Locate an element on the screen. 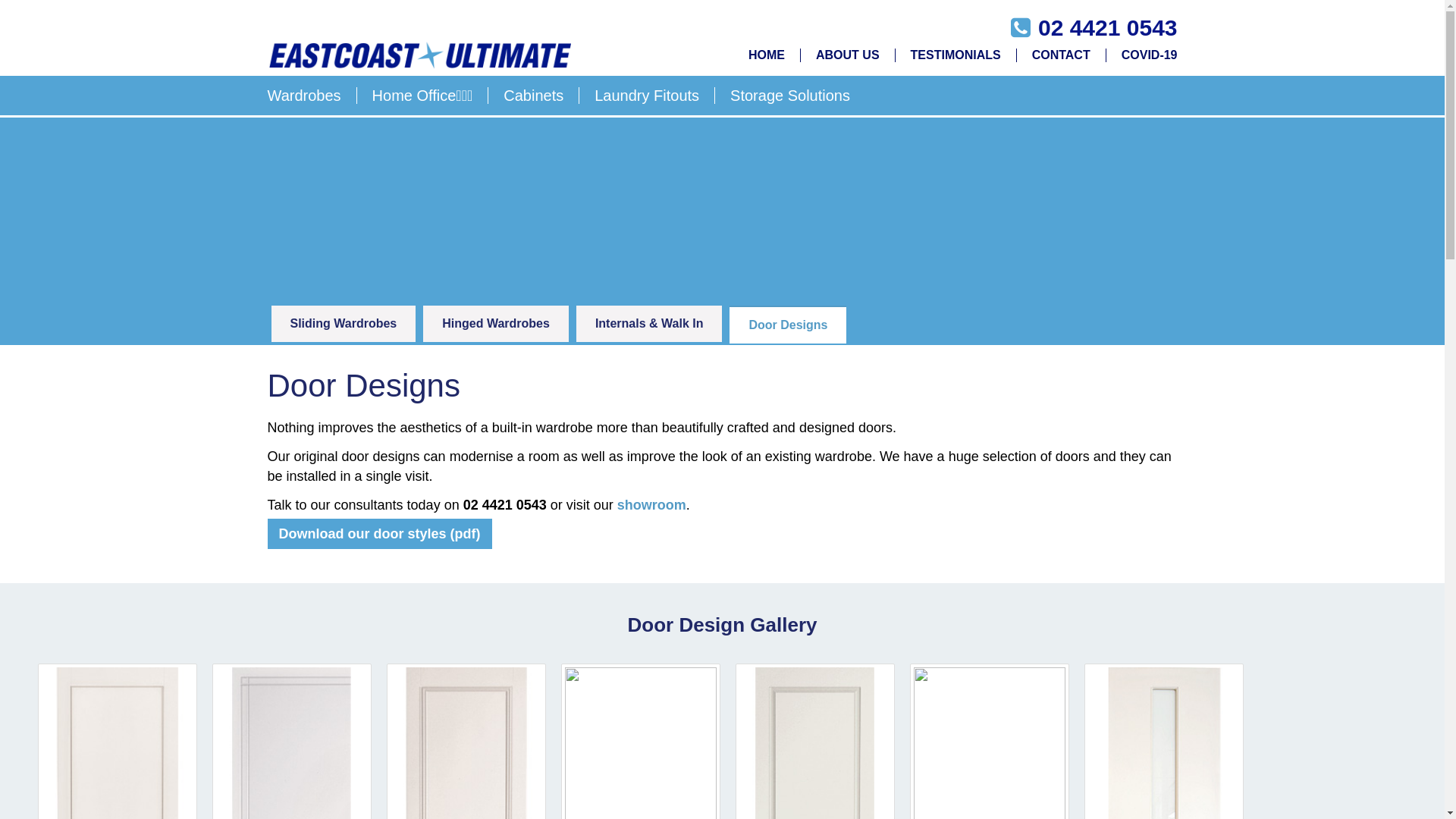 The width and height of the screenshot is (1456, 819). 'ABOUT US' is located at coordinates (847, 55).